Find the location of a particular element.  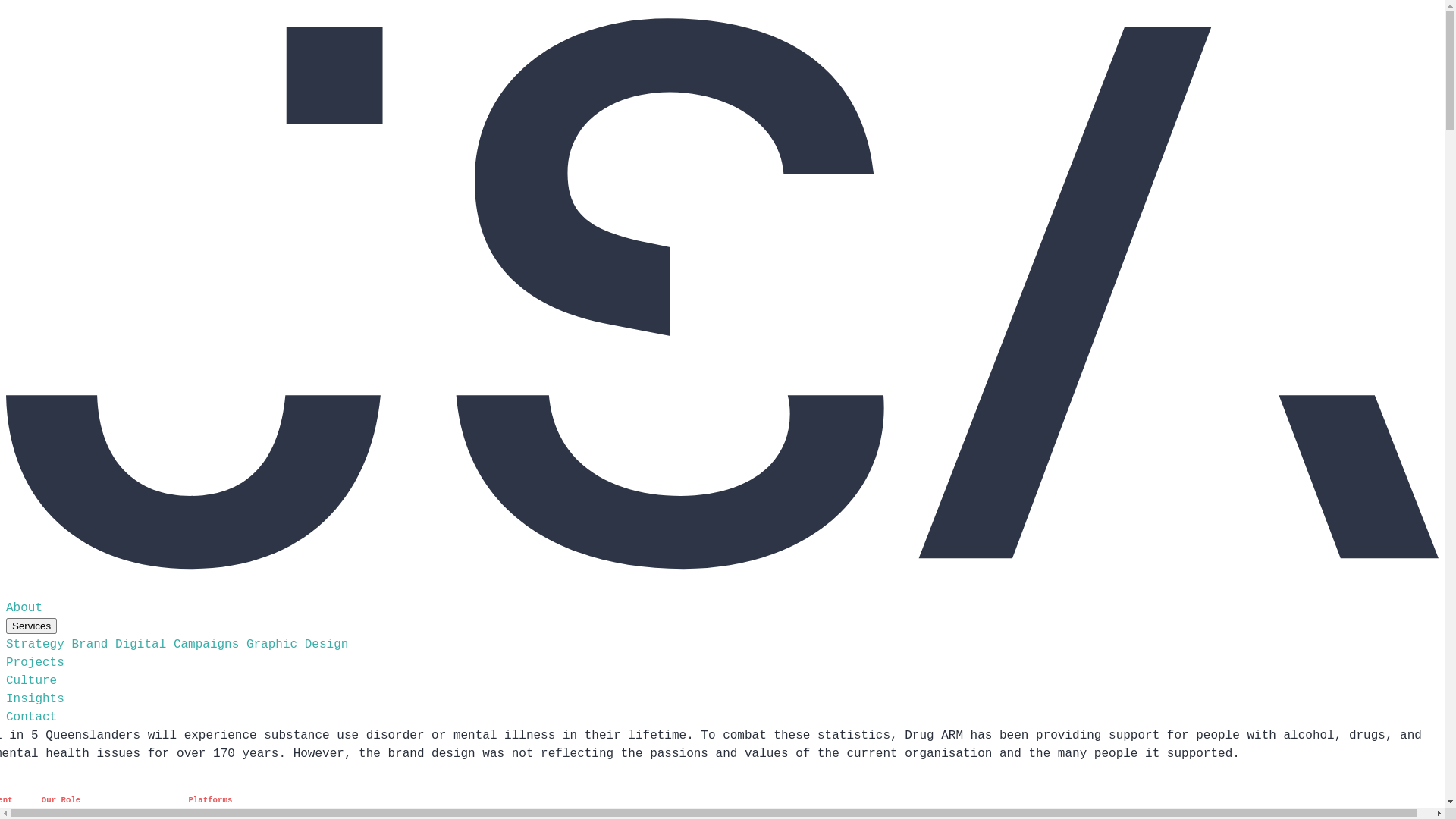

'Culture' is located at coordinates (31, 680).